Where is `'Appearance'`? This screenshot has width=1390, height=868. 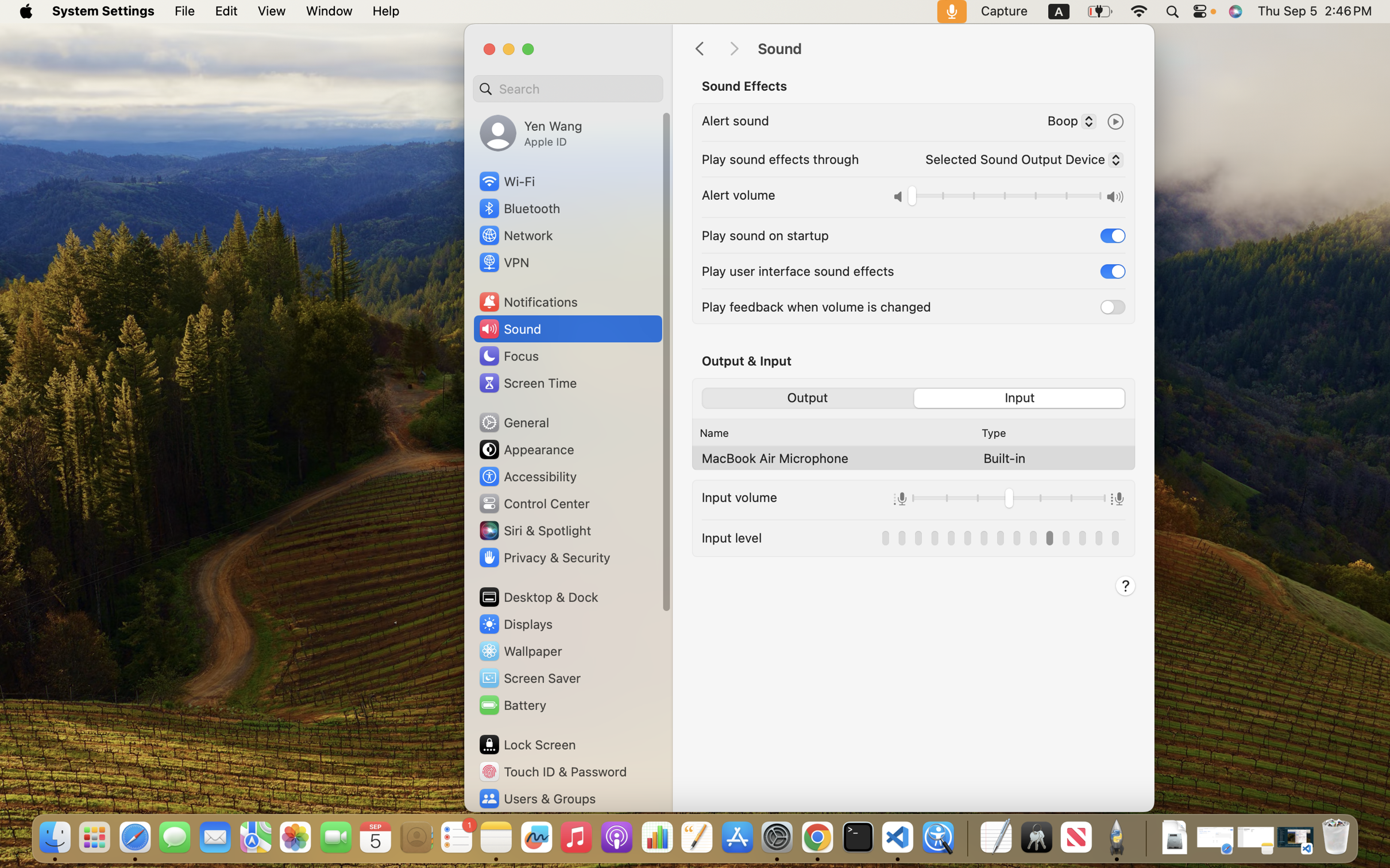 'Appearance' is located at coordinates (526, 449).